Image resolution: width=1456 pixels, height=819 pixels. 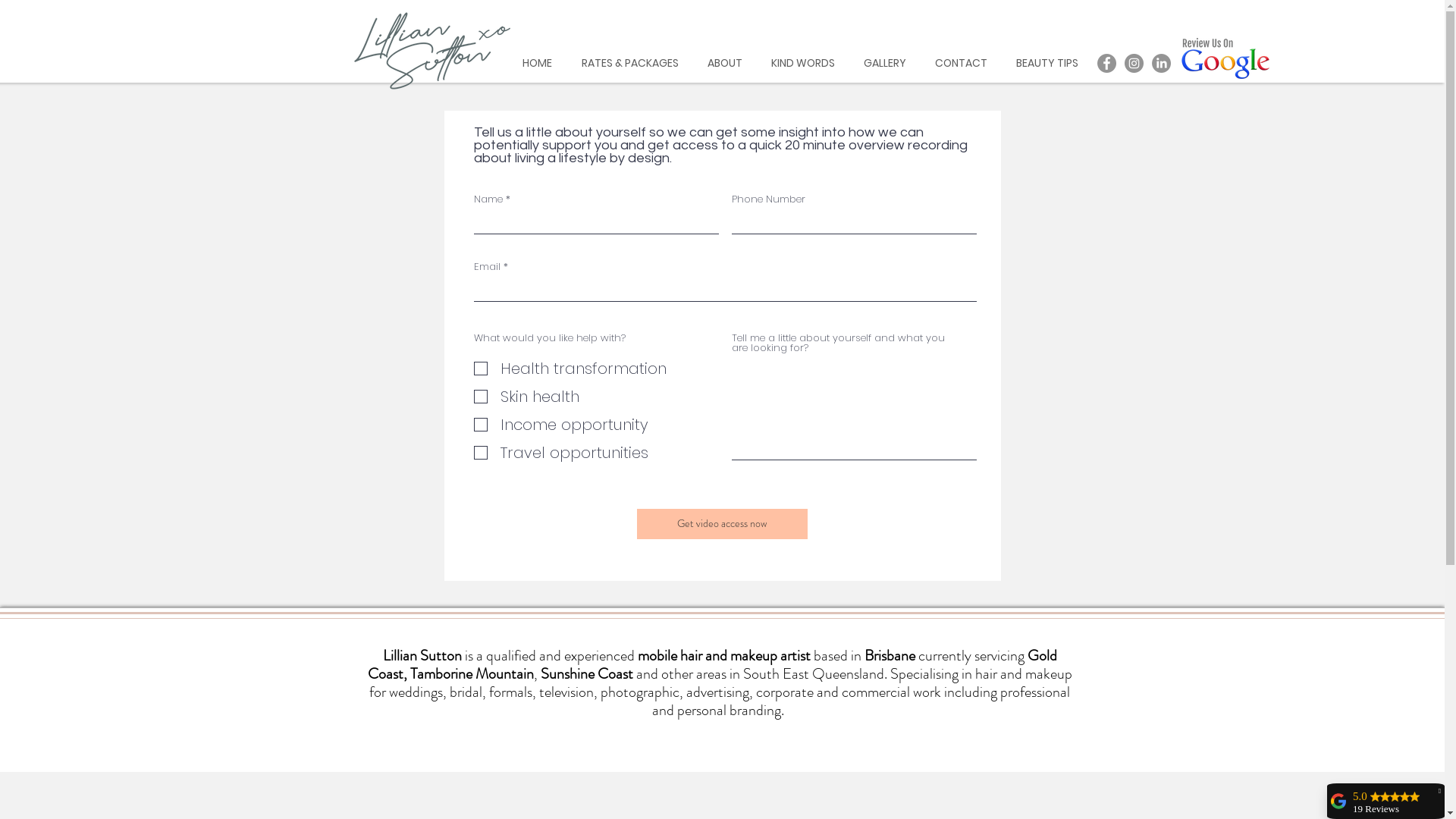 I want to click on 'CONTACT', so click(x=960, y=62).